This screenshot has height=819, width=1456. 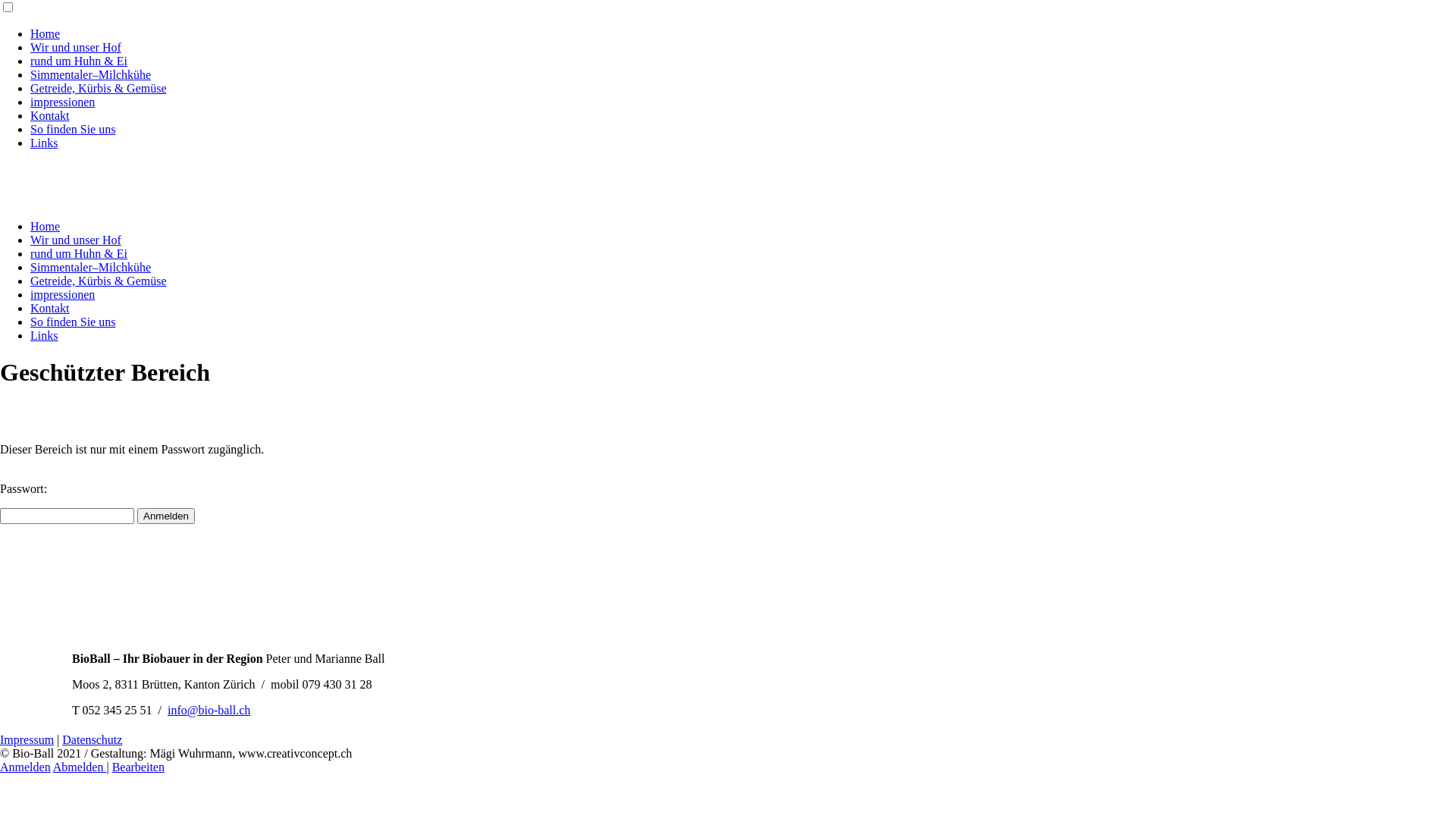 I want to click on 'rund um Huhn & Ei', so click(x=78, y=60).